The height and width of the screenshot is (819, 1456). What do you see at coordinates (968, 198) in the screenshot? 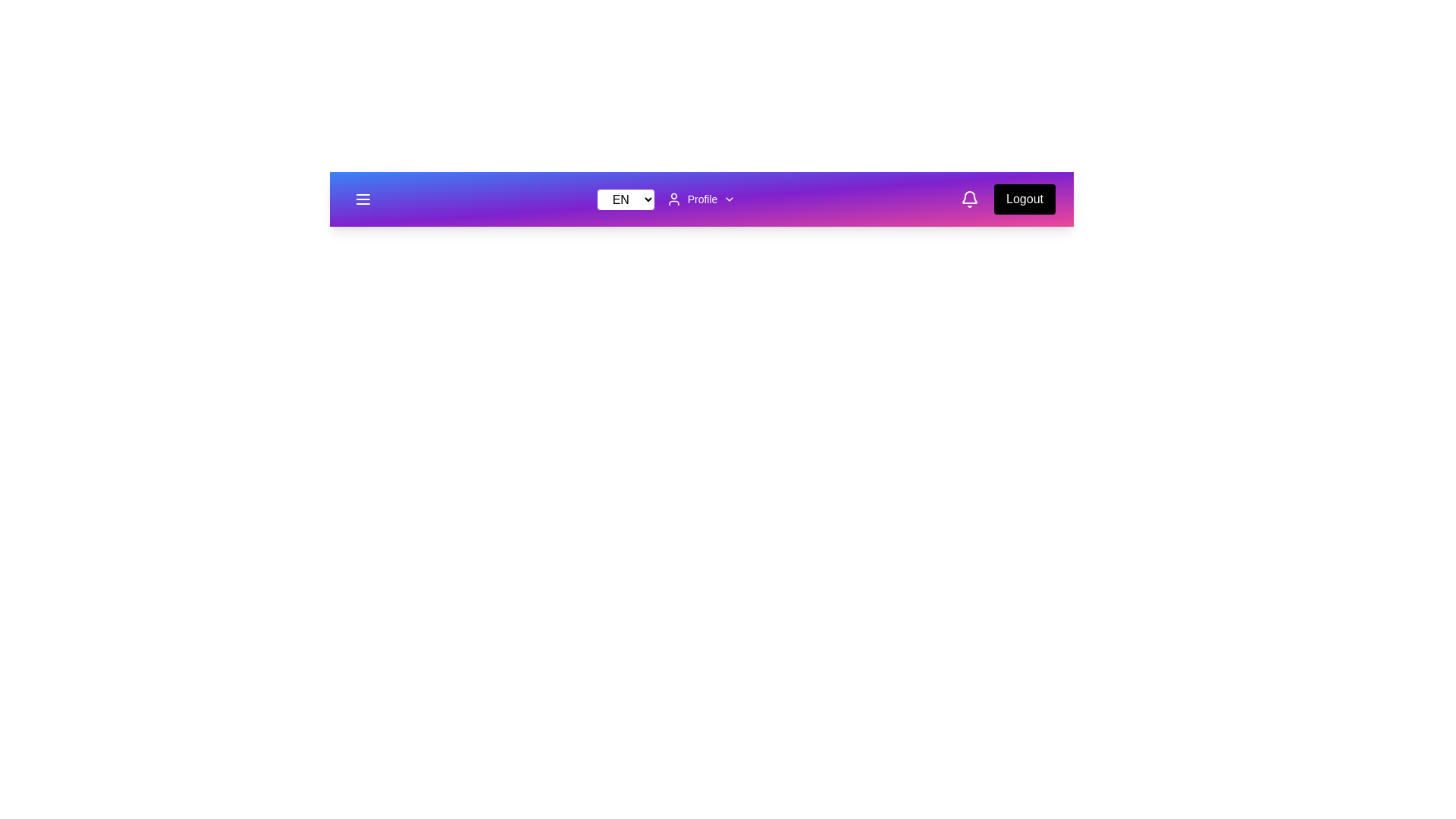
I see `the bell icon to open notifications` at bounding box center [968, 198].